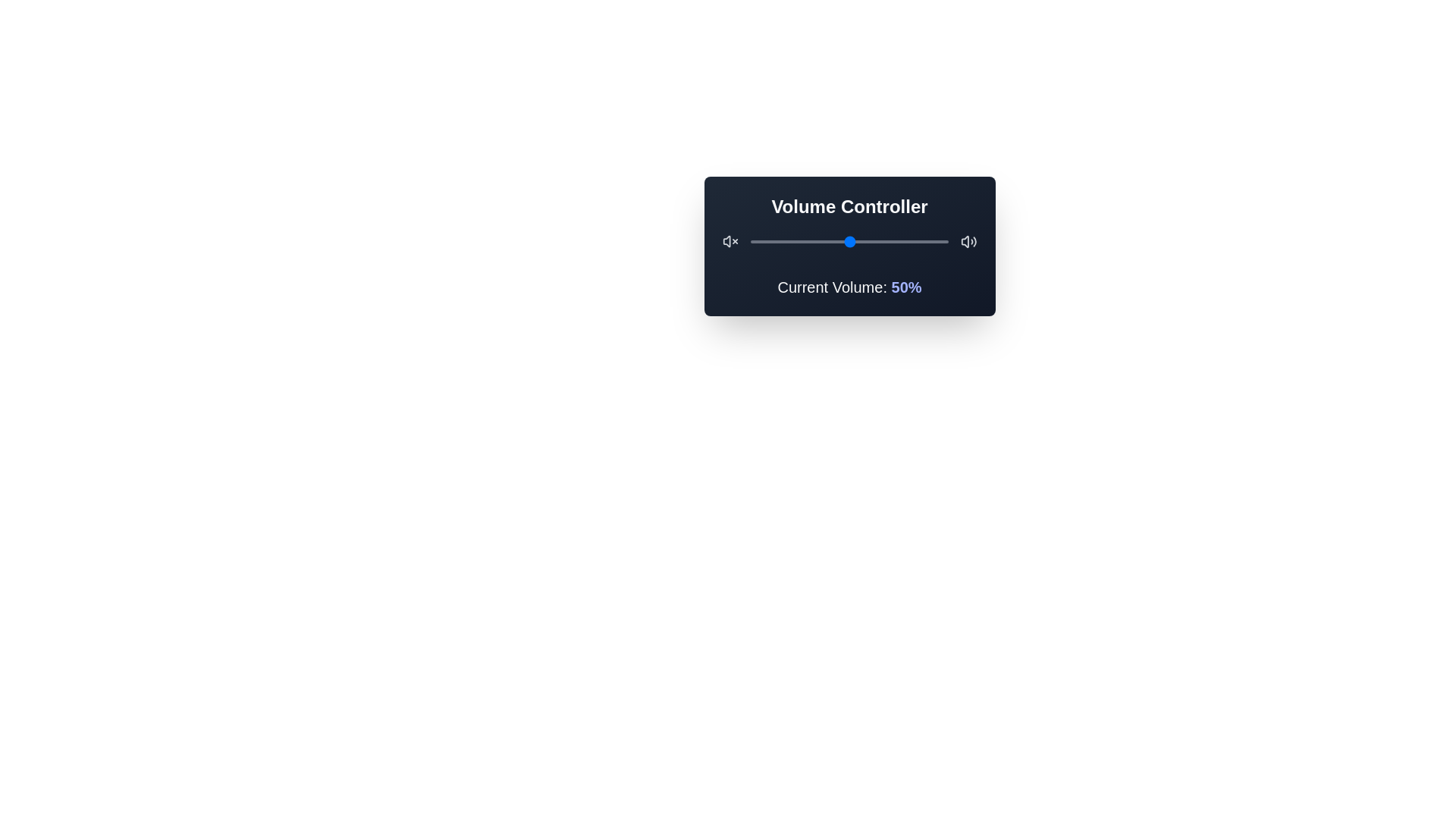 This screenshot has width=1456, height=819. What do you see at coordinates (730, 241) in the screenshot?
I see `the mute icon to the left of the slider` at bounding box center [730, 241].